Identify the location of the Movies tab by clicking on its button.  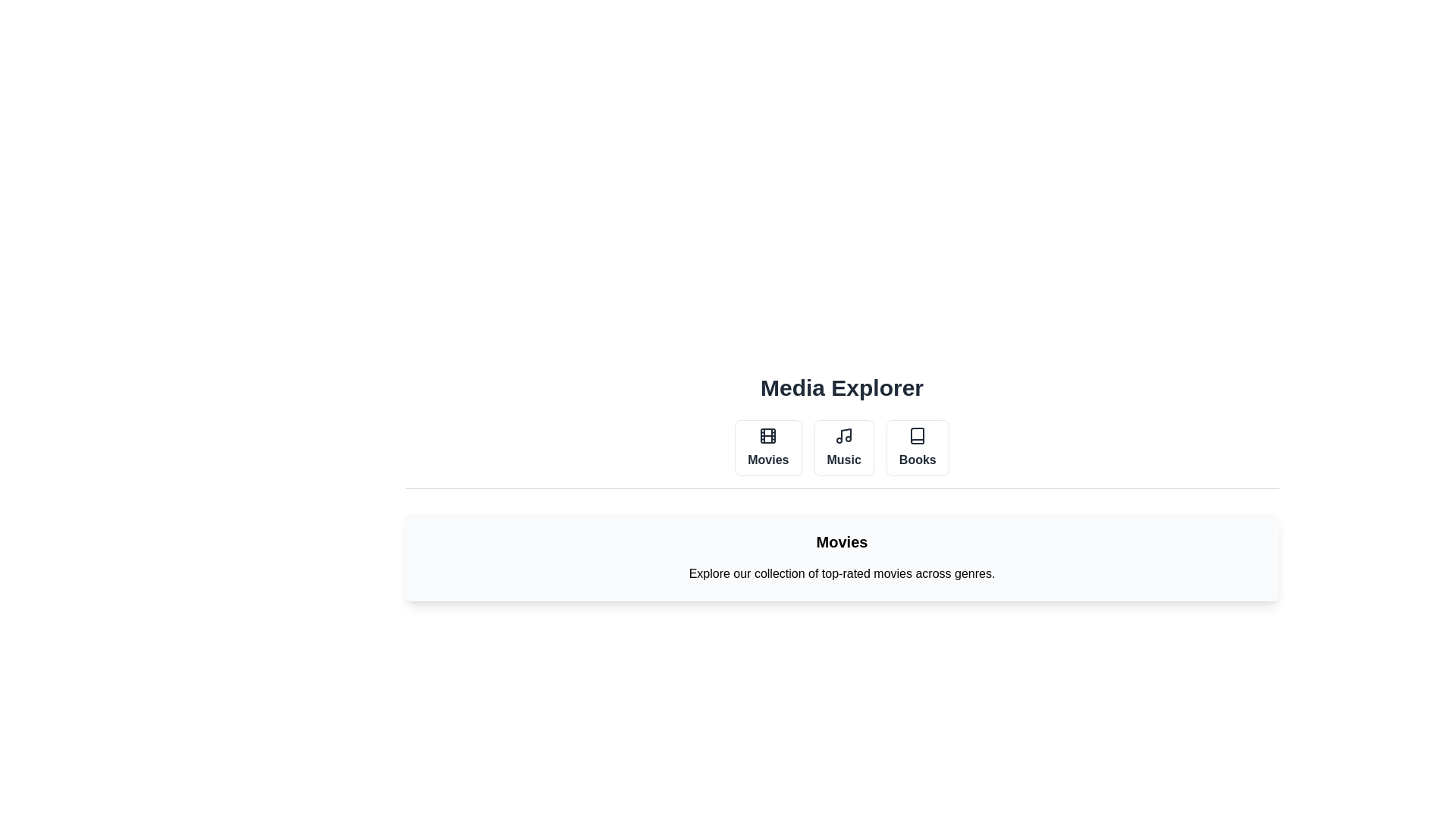
(768, 447).